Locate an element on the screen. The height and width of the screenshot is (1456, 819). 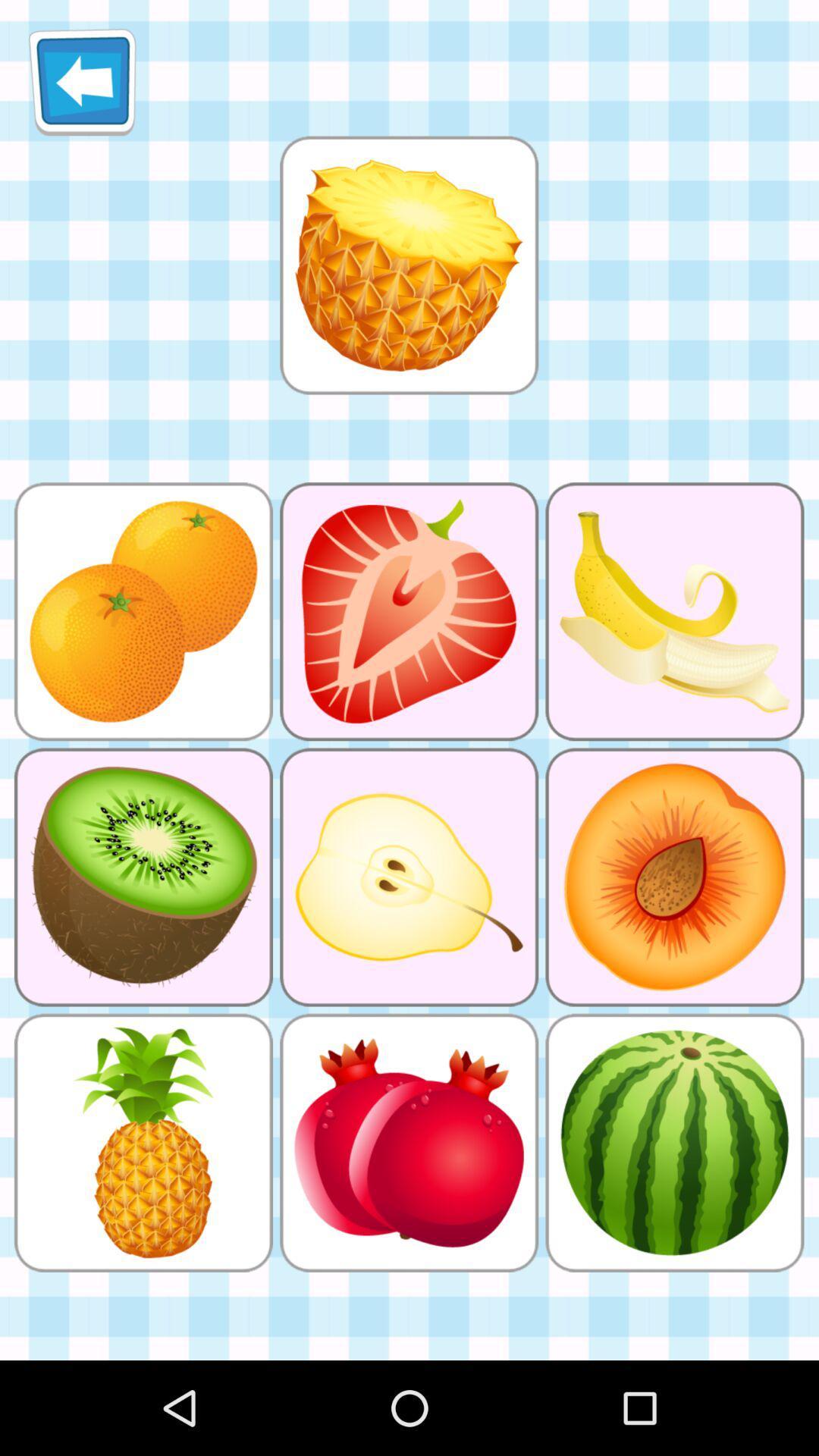
go back is located at coordinates (82, 81).